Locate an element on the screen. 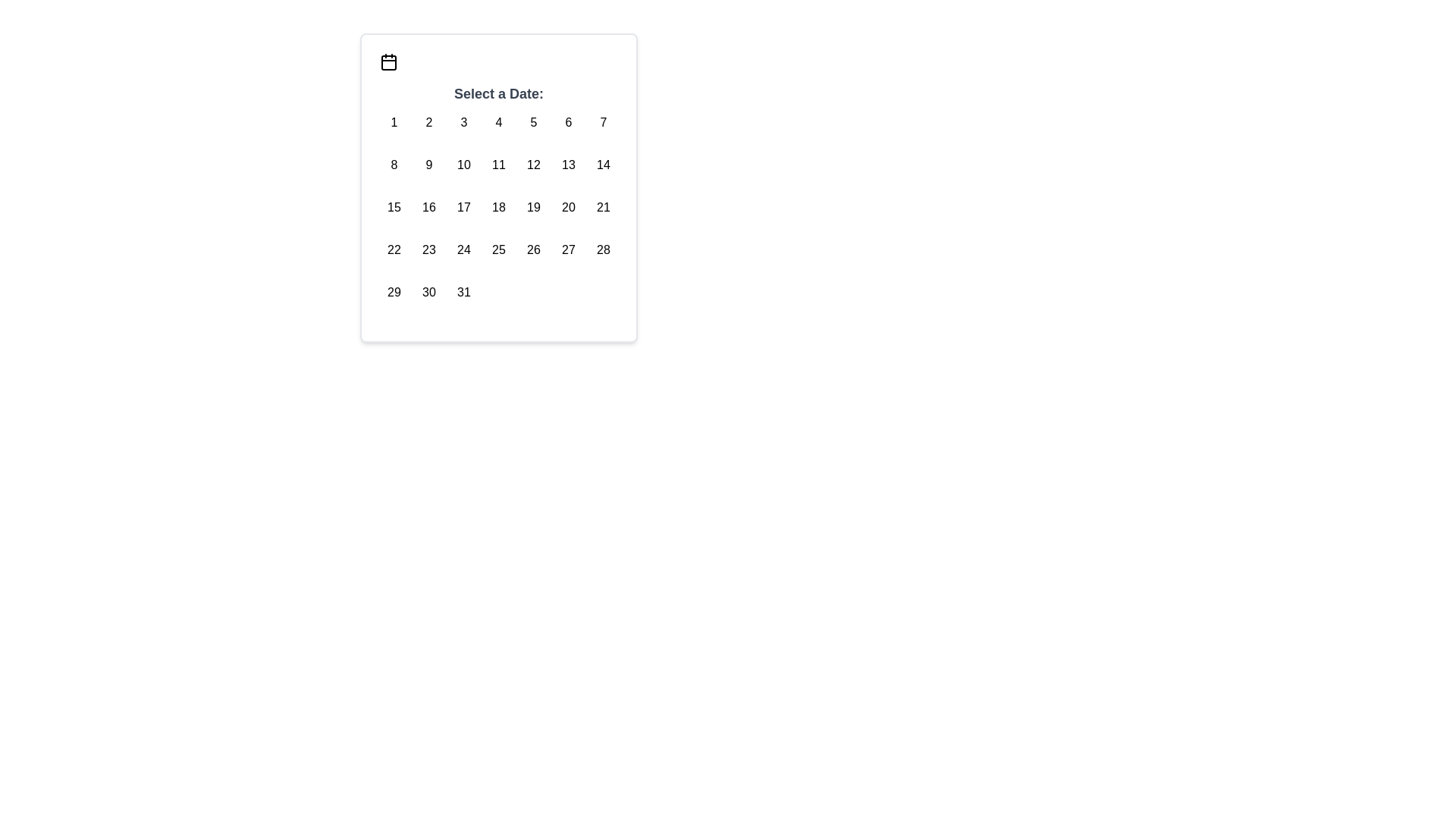 Image resolution: width=1456 pixels, height=819 pixels. the date selection button for the 12th day in the calendar widget is located at coordinates (534, 165).